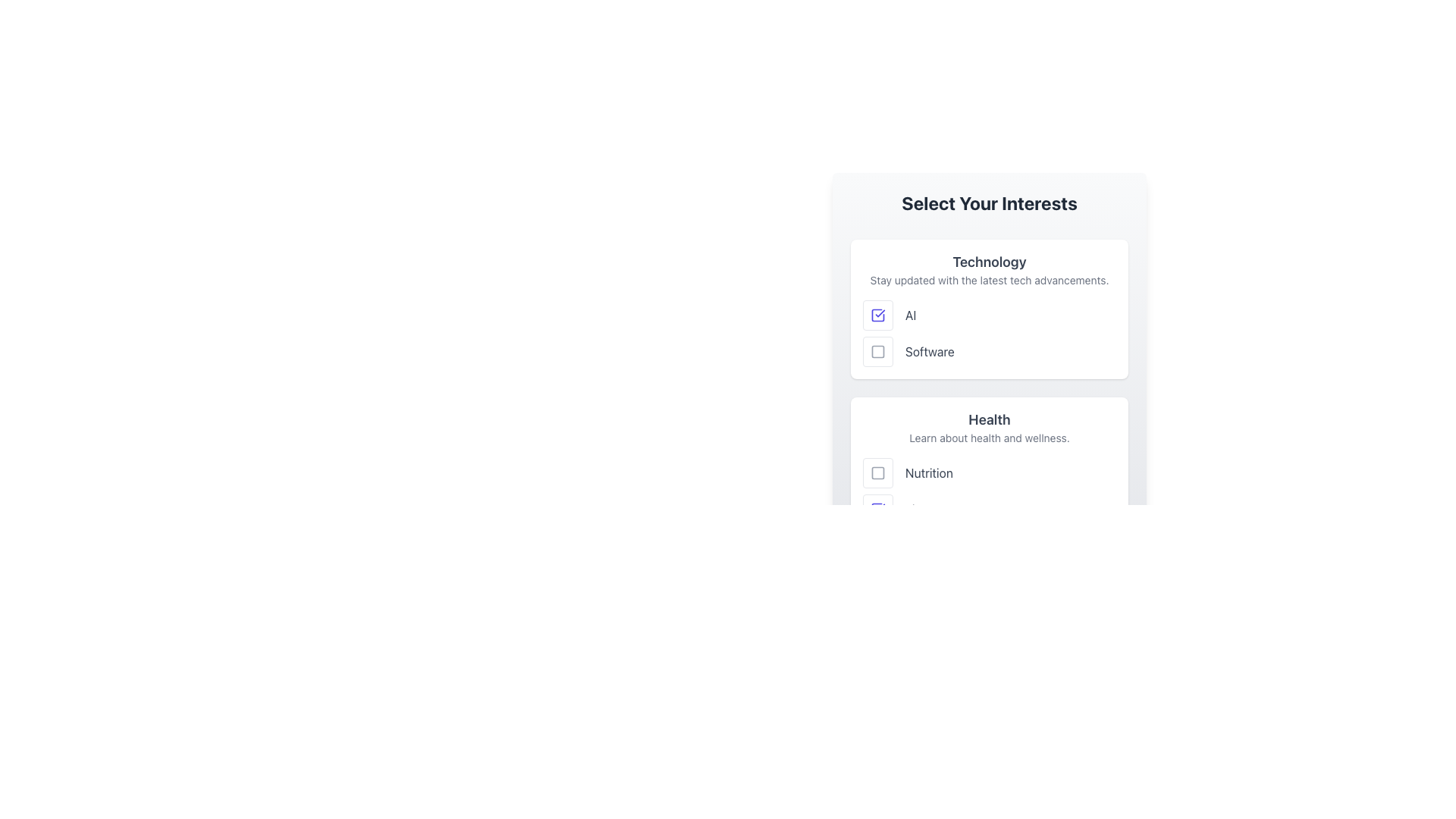 The width and height of the screenshot is (1456, 819). Describe the element at coordinates (877, 351) in the screenshot. I see `the unselected 'Software' checkbox indicator` at that location.